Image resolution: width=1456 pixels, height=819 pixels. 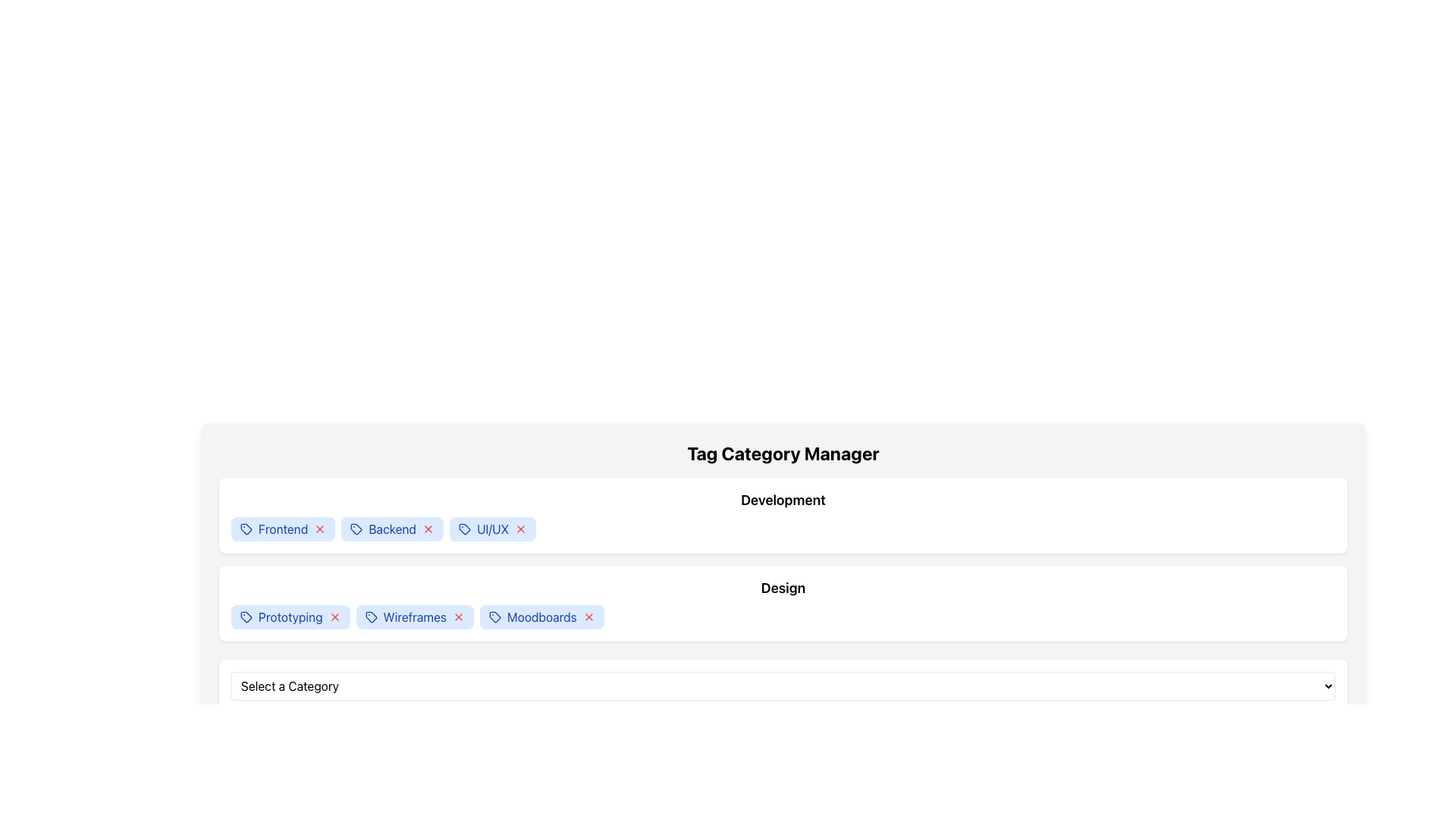 I want to click on the tag-shaped vector graphic component located in the 'Design' category adjacent to the 'Wireframes' label to trigger a tooltip, so click(x=371, y=617).